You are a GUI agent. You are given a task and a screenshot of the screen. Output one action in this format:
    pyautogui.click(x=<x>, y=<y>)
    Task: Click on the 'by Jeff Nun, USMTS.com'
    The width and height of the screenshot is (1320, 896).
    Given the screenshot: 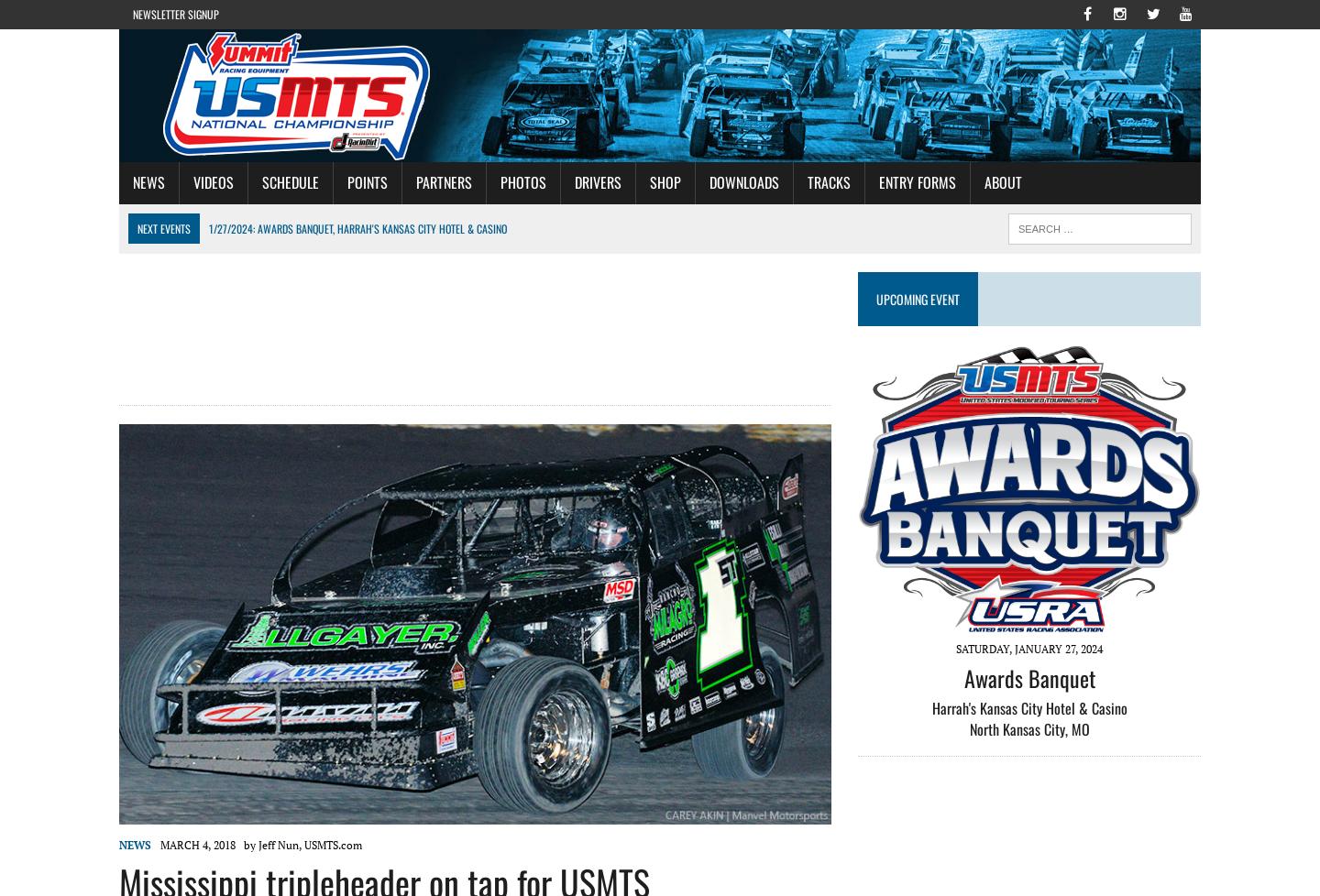 What is the action you would take?
    pyautogui.click(x=242, y=844)
    